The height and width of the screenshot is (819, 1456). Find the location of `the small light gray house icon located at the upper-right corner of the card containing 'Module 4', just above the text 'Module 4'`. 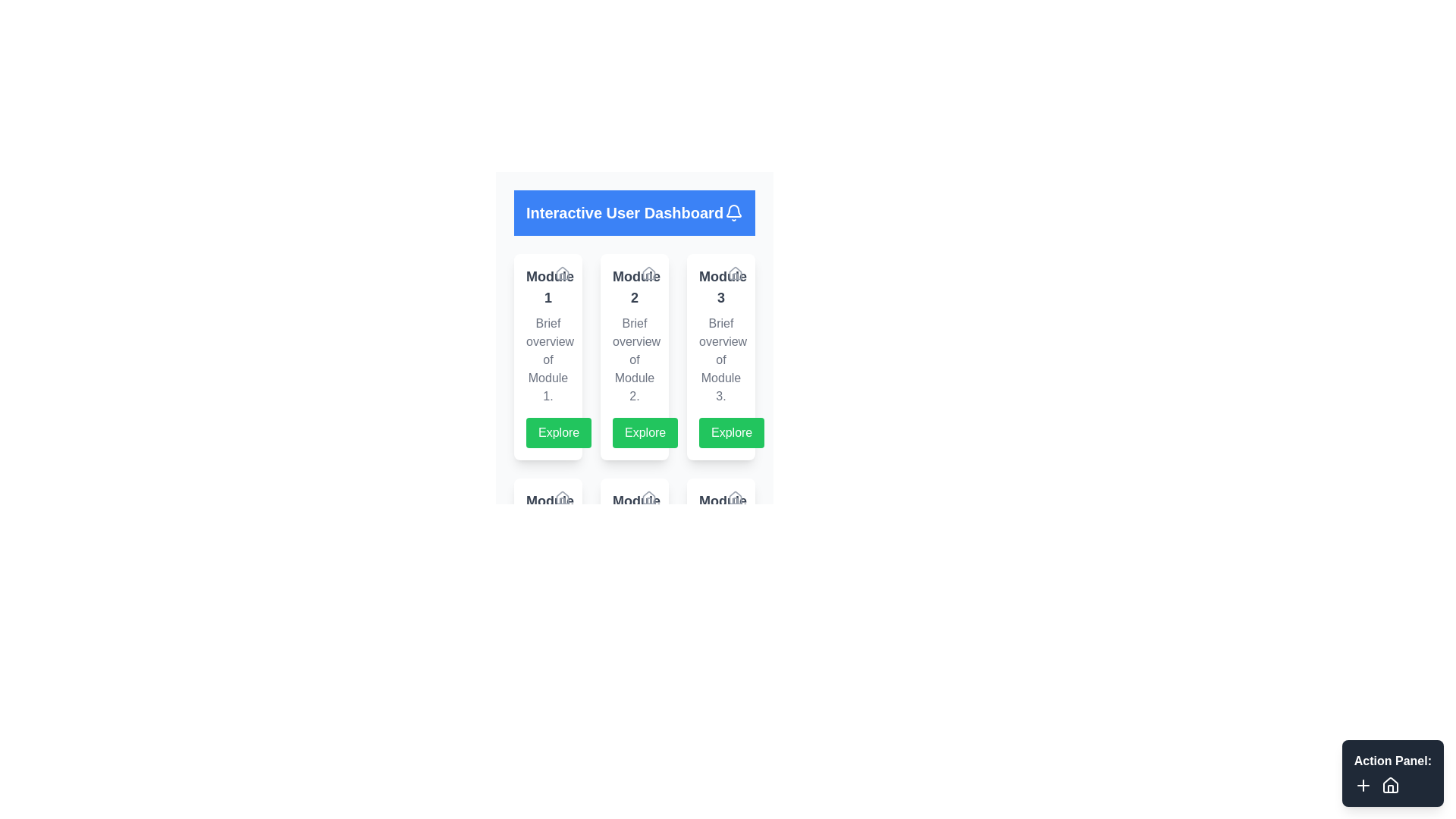

the small light gray house icon located at the upper-right corner of the card containing 'Module 4', just above the text 'Module 4' is located at coordinates (562, 497).